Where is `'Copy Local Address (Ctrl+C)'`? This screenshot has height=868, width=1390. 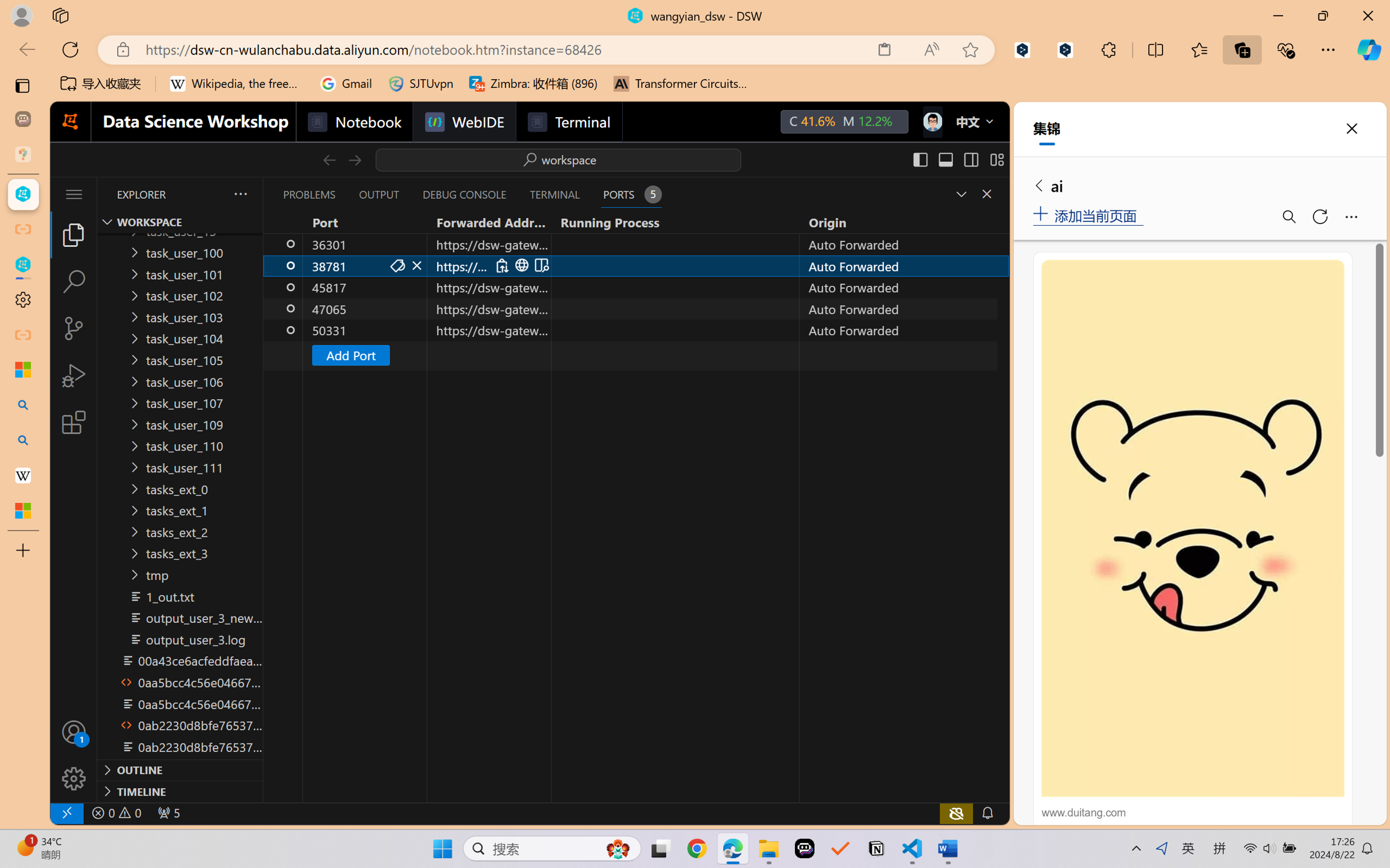 'Copy Local Address (Ctrl+C)' is located at coordinates (501, 265).